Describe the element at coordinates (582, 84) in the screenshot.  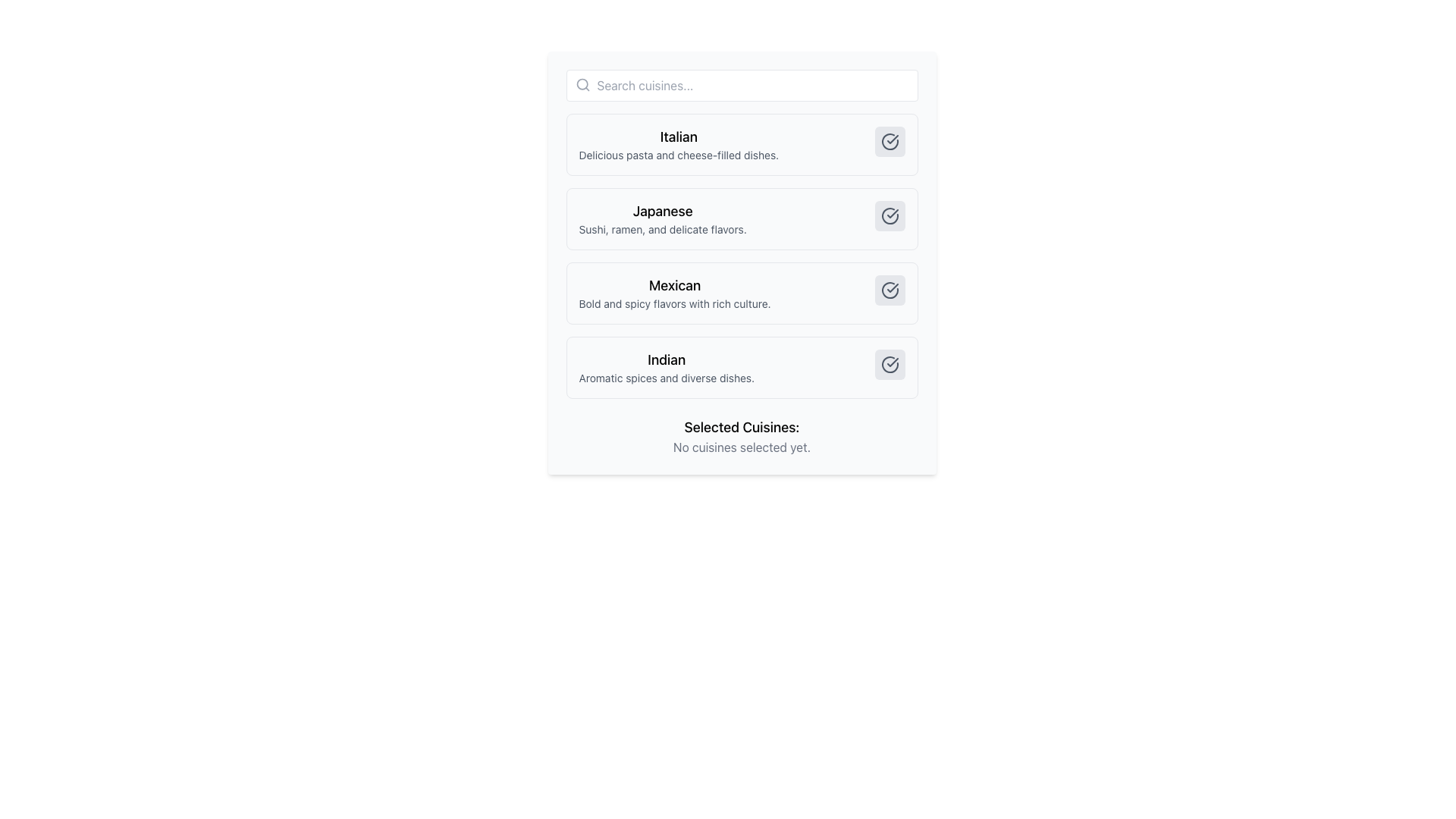
I see `the magnifying glass icon located on the left side of the search bar, which indicates search functionality` at that location.